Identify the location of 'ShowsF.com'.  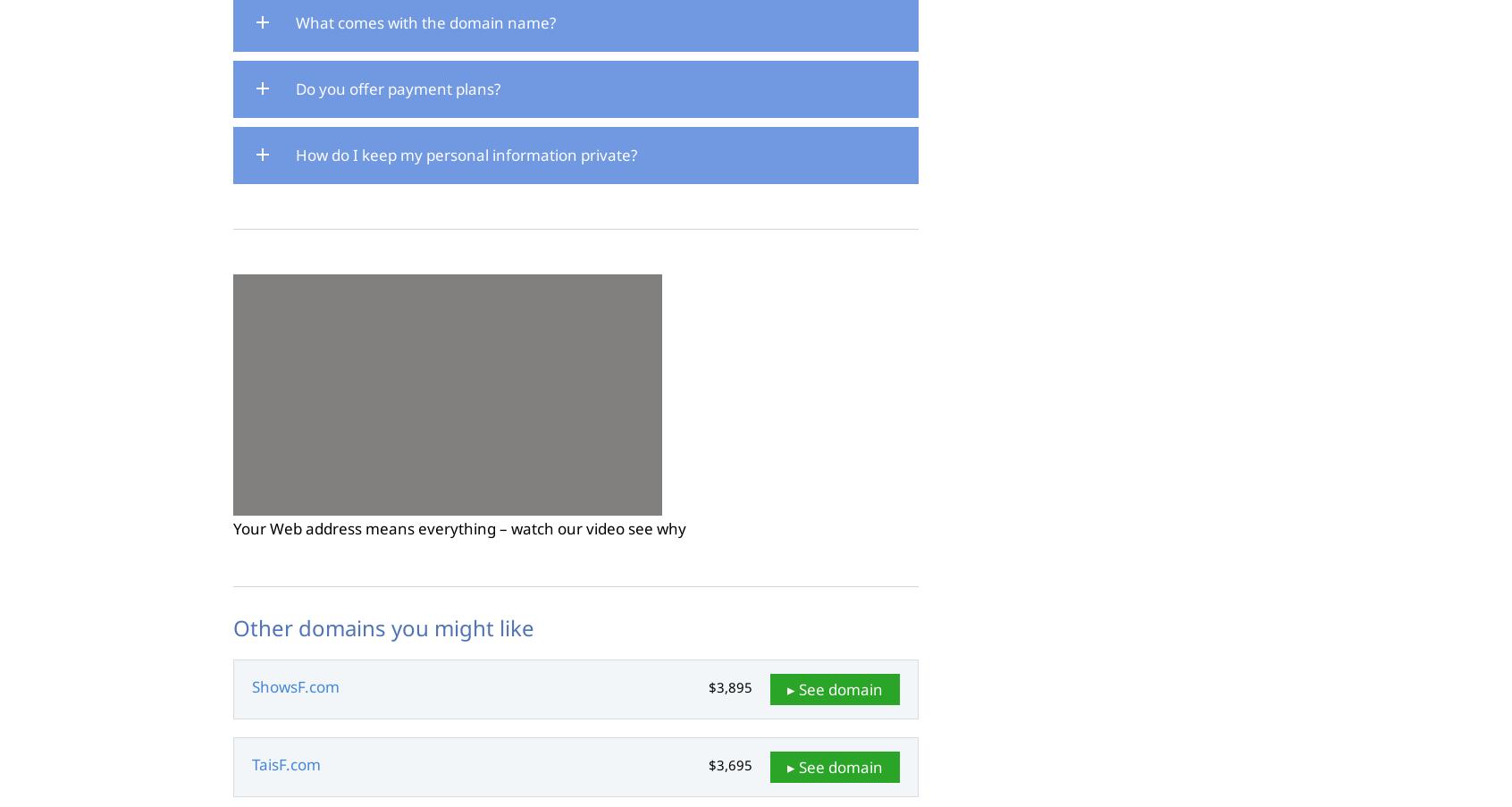
(294, 686).